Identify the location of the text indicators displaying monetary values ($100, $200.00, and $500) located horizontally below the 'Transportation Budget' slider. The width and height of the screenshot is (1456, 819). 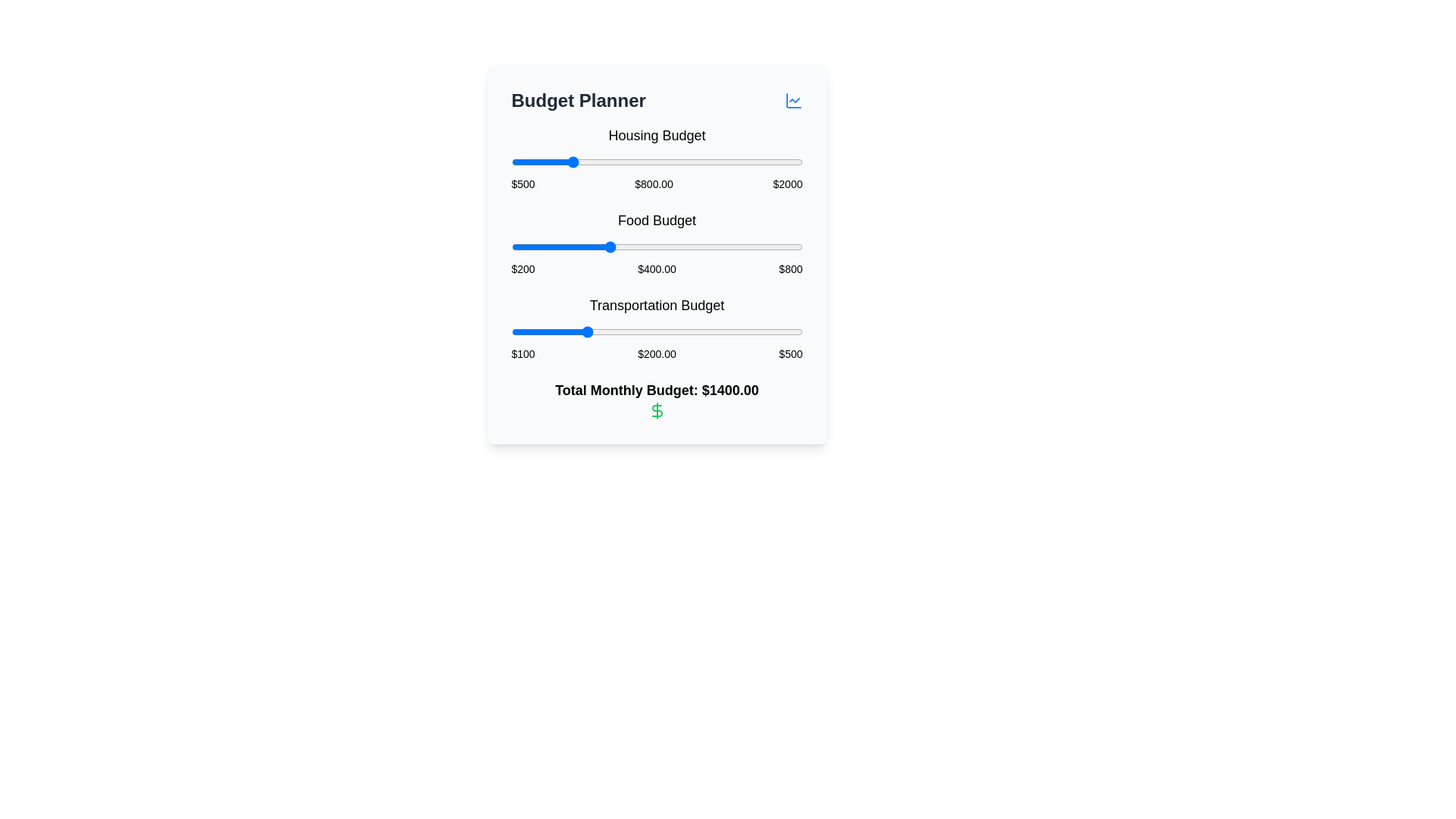
(657, 353).